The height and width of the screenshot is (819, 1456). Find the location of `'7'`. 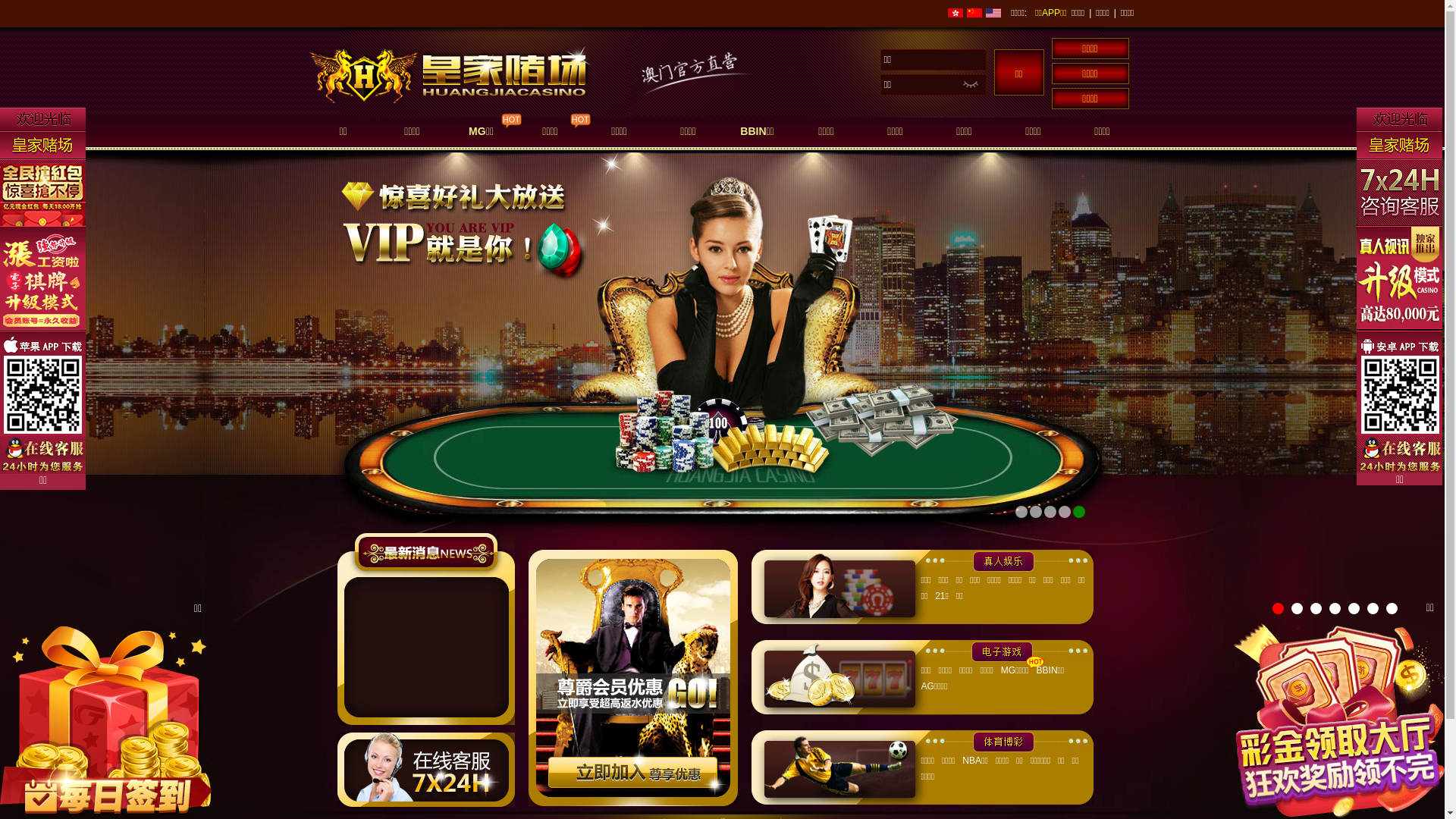

'7' is located at coordinates (1386, 607).